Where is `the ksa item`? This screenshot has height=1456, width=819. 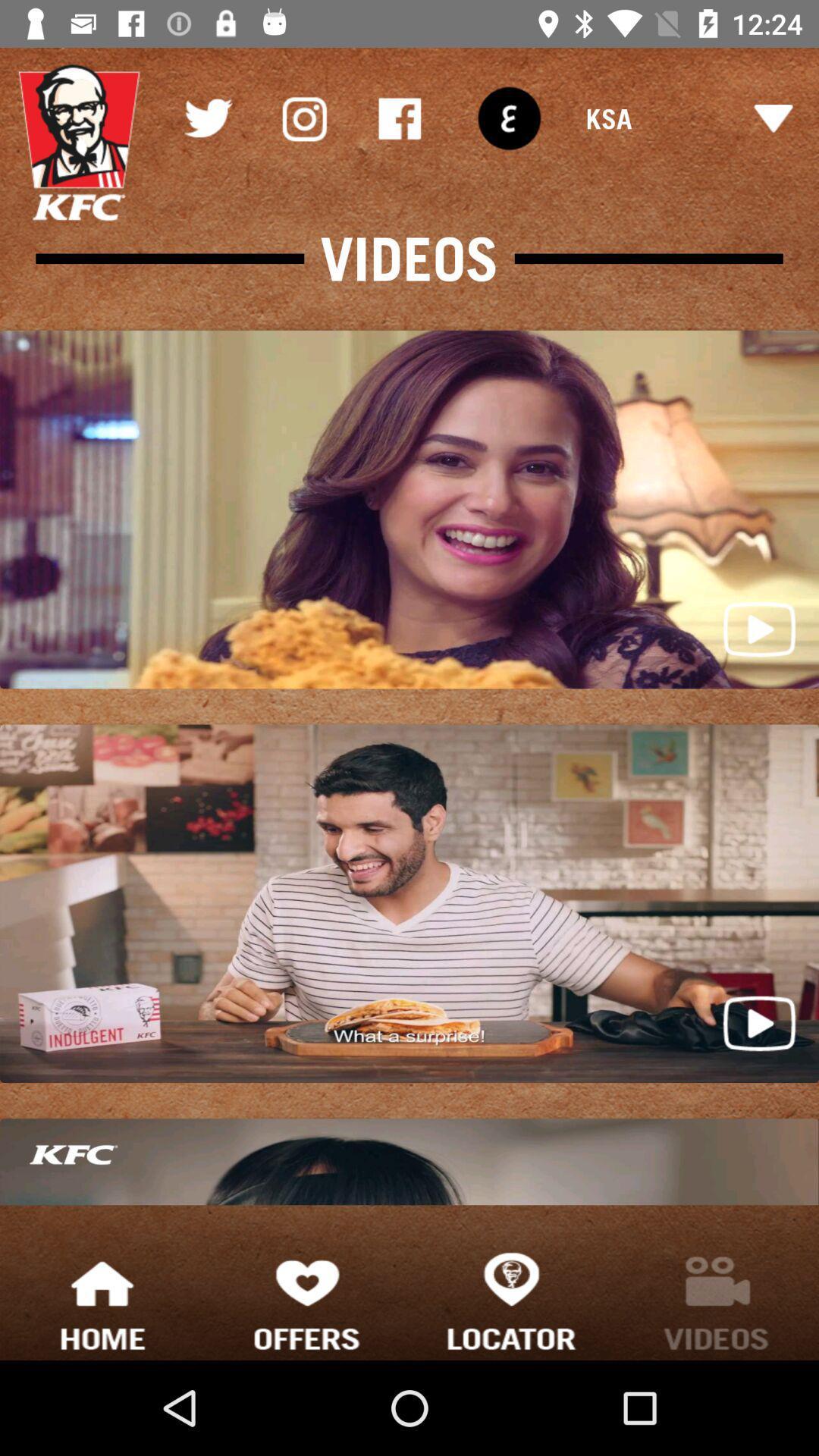
the ksa item is located at coordinates (689, 118).